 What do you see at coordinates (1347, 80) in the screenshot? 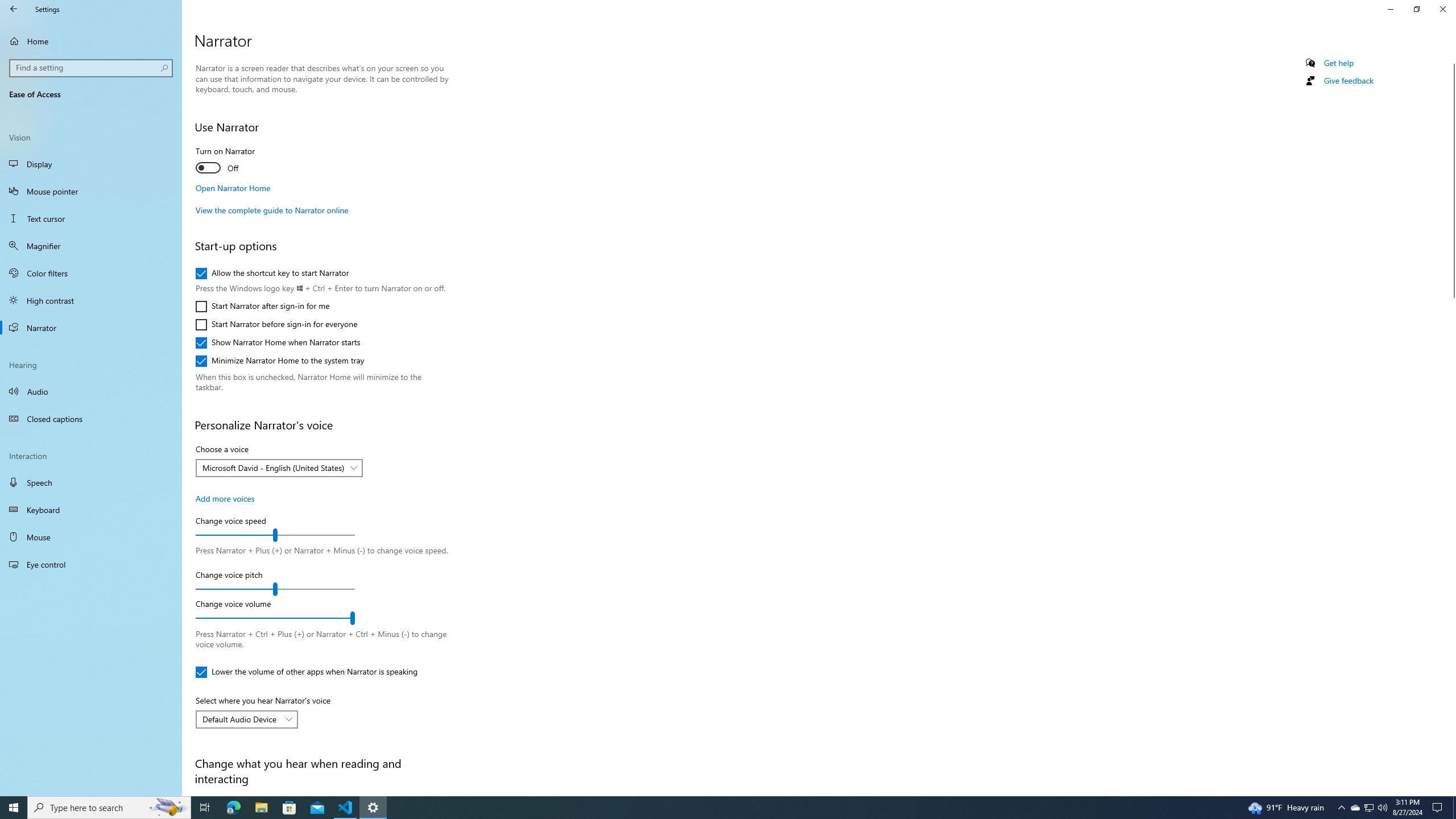
I see `'Give feedback'` at bounding box center [1347, 80].